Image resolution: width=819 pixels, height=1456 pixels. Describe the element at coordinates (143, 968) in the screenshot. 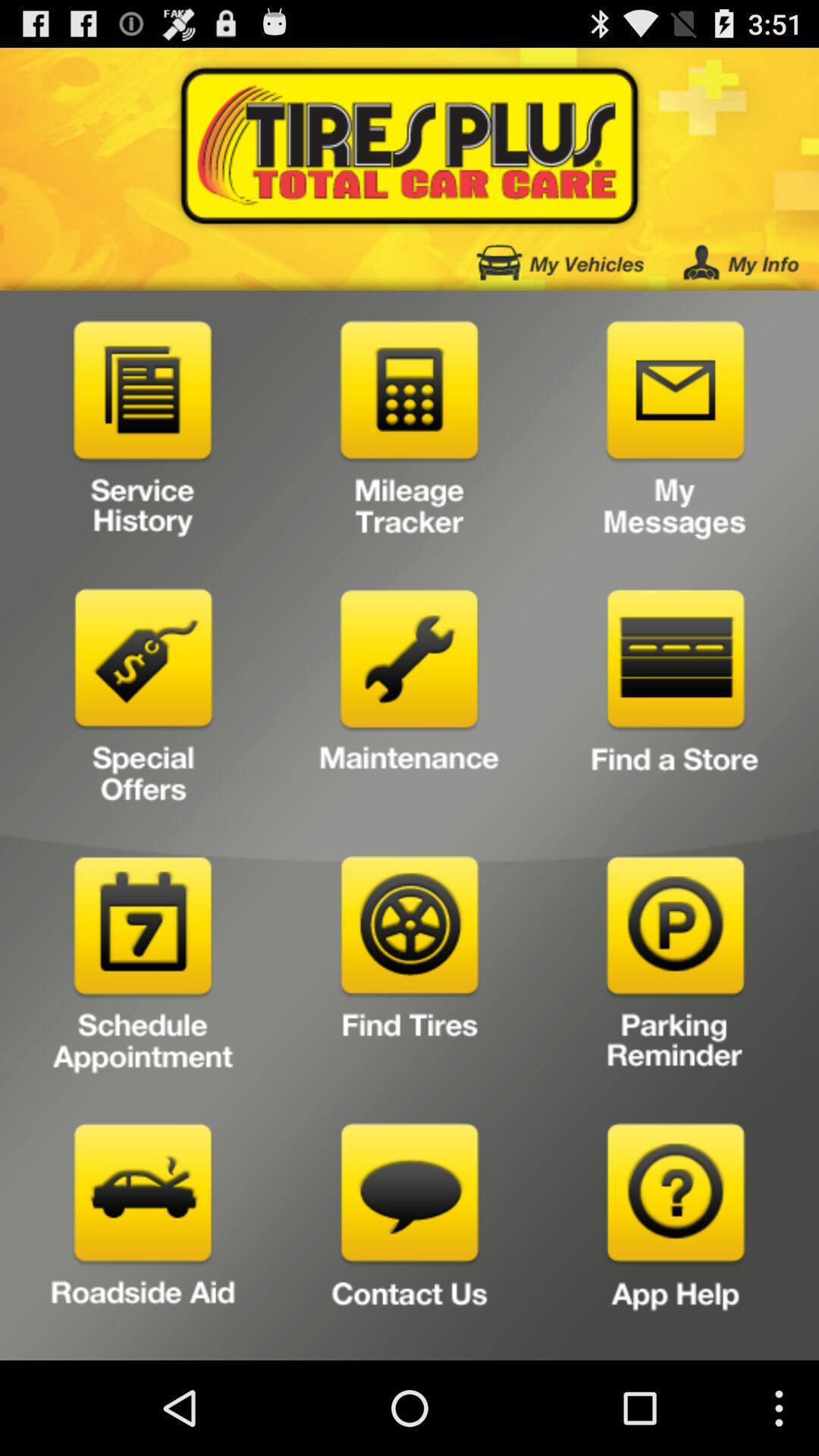

I see `to schedule appointment option` at that location.